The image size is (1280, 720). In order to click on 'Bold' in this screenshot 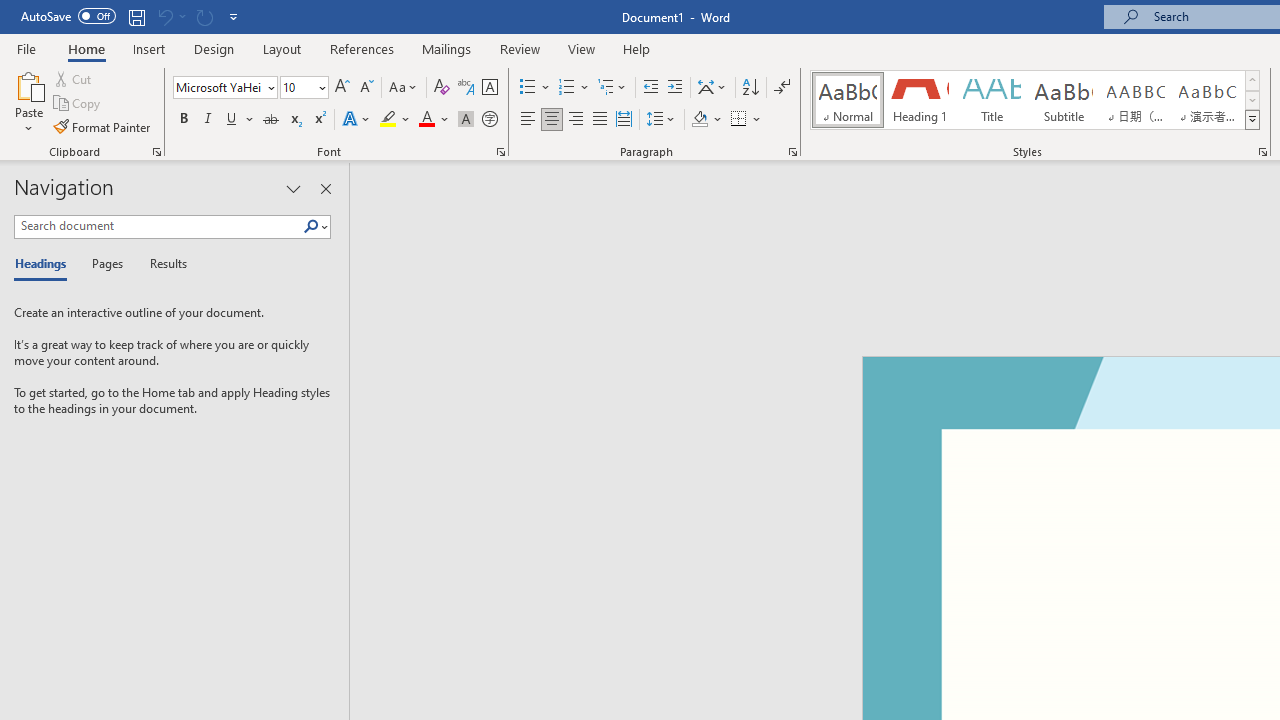, I will do `click(183, 119)`.